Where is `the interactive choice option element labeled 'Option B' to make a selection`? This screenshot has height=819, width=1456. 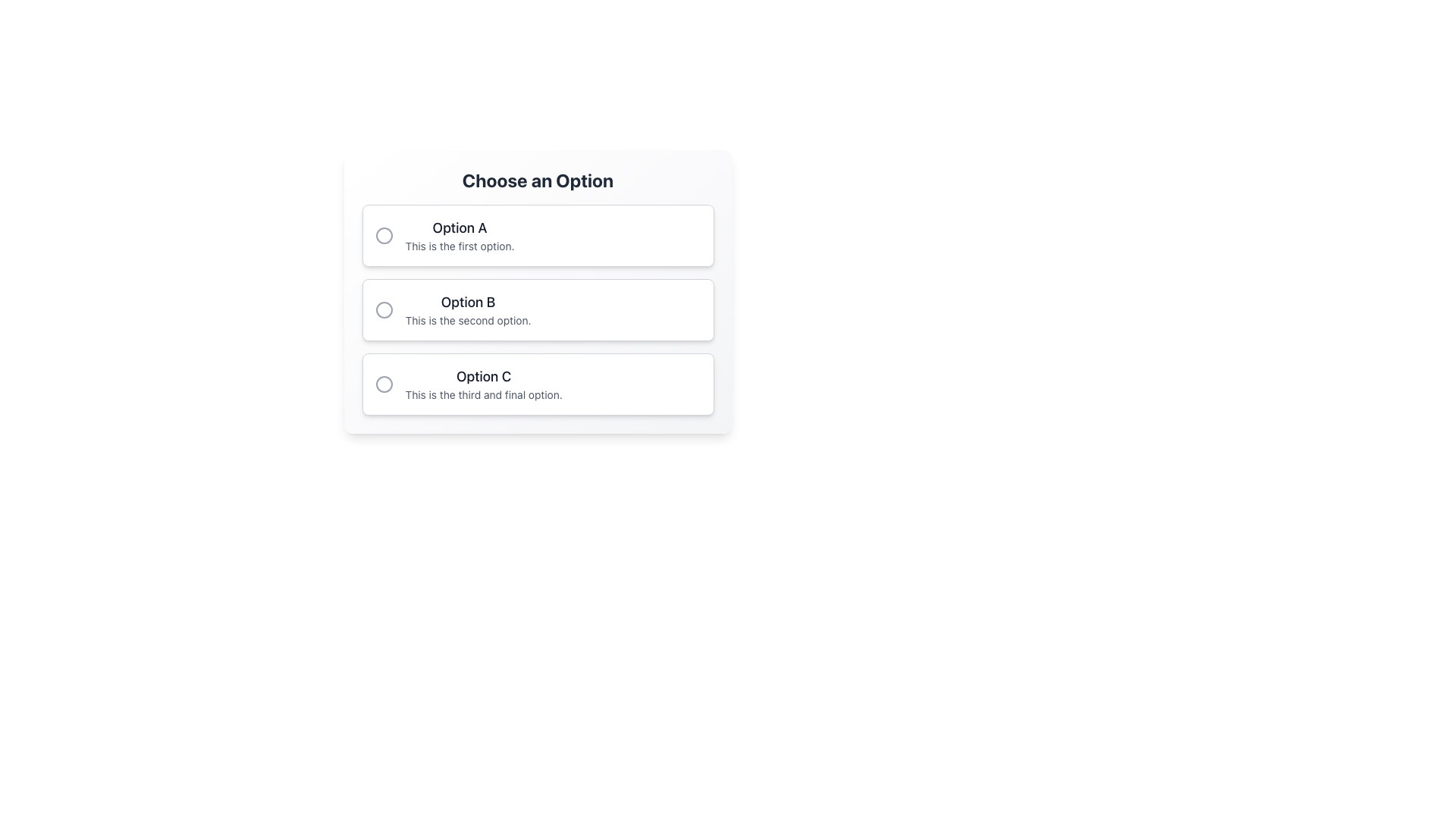
the interactive choice option element labeled 'Option B' to make a selection is located at coordinates (538, 292).